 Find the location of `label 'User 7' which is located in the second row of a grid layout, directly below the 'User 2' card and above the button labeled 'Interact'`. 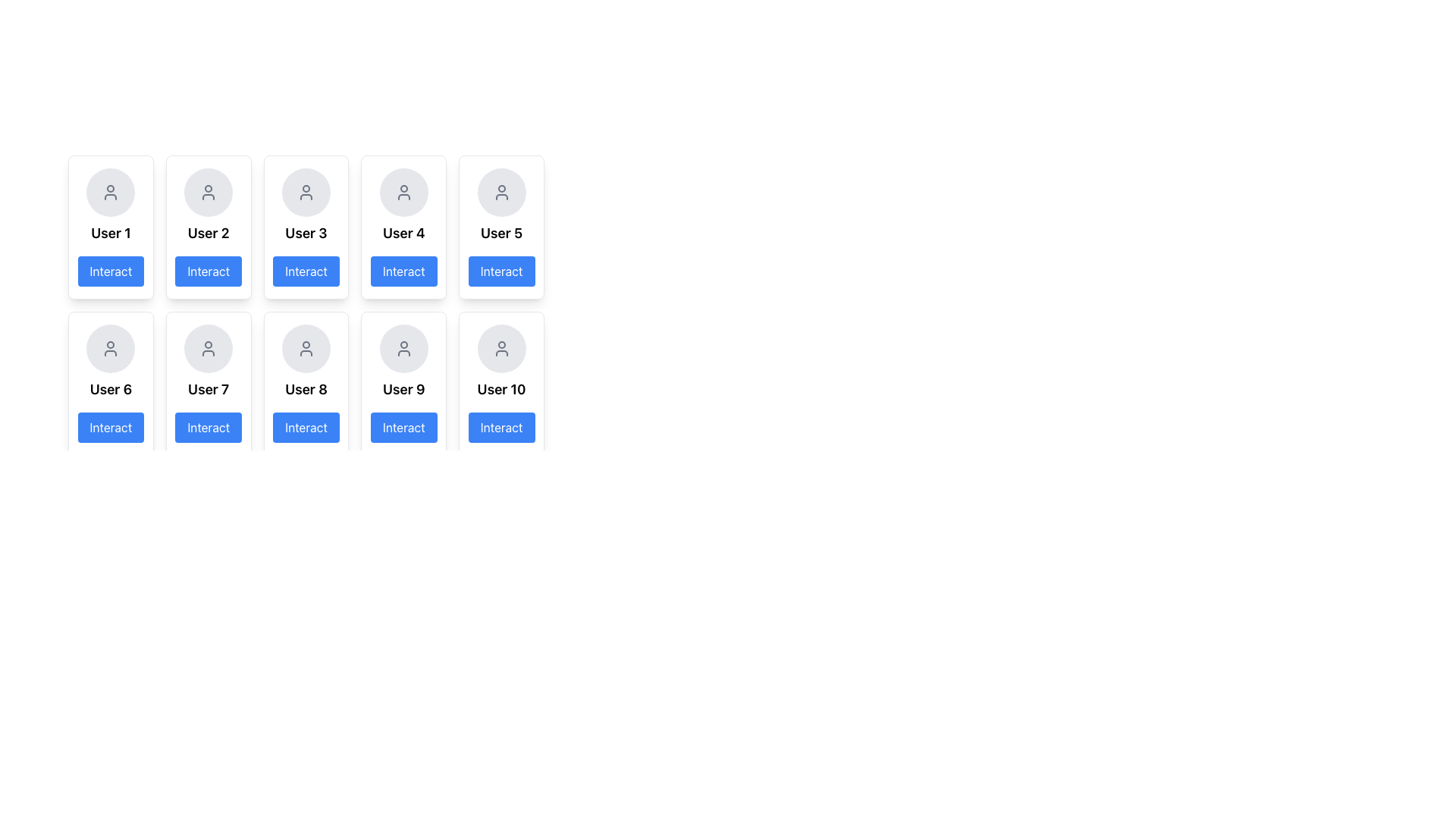

label 'User 7' which is located in the second row of a grid layout, directly below the 'User 2' card and above the button labeled 'Interact' is located at coordinates (208, 388).